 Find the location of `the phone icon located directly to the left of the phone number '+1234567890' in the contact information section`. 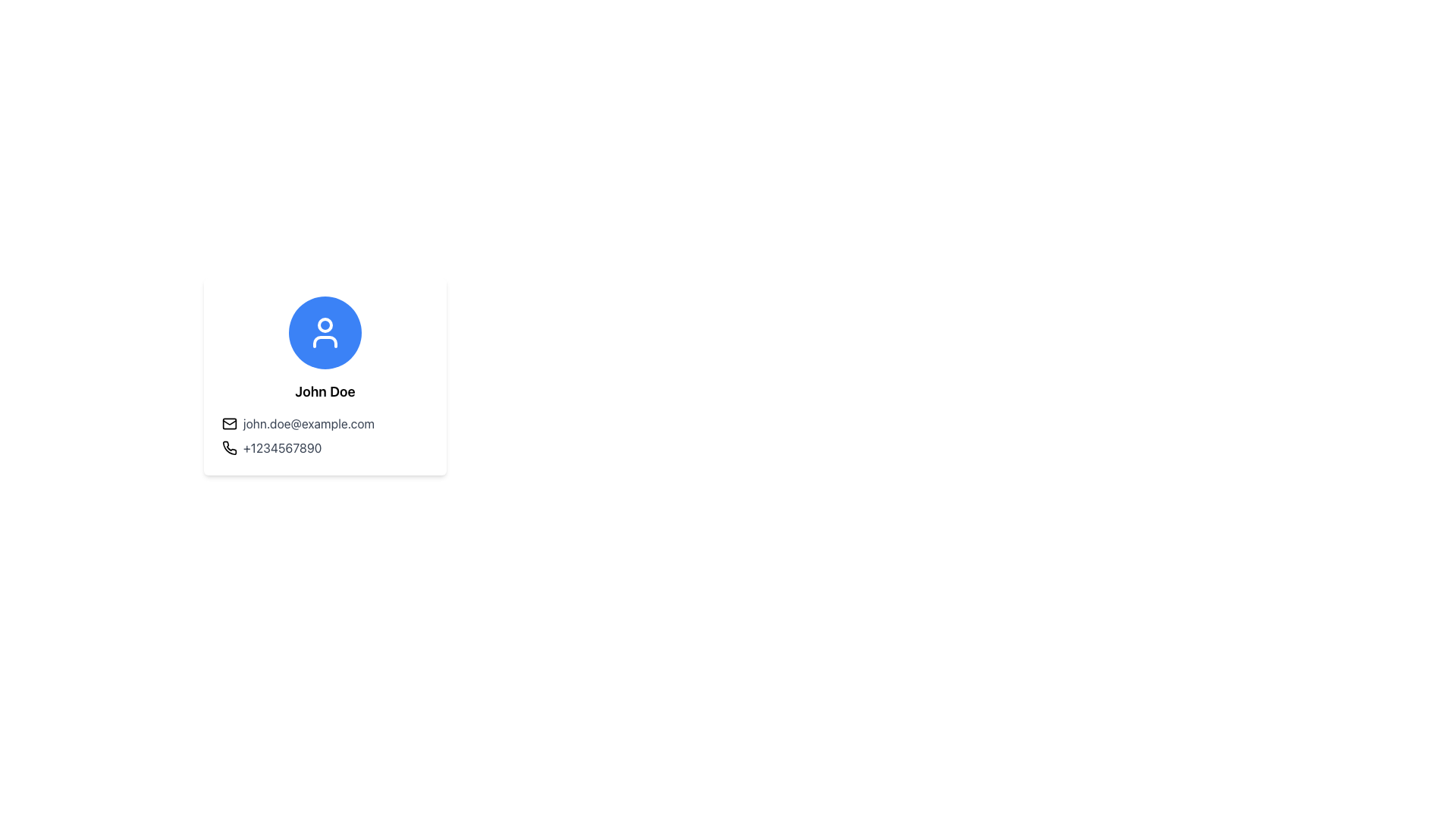

the phone icon located directly to the left of the phone number '+1234567890' in the contact information section is located at coordinates (228, 447).